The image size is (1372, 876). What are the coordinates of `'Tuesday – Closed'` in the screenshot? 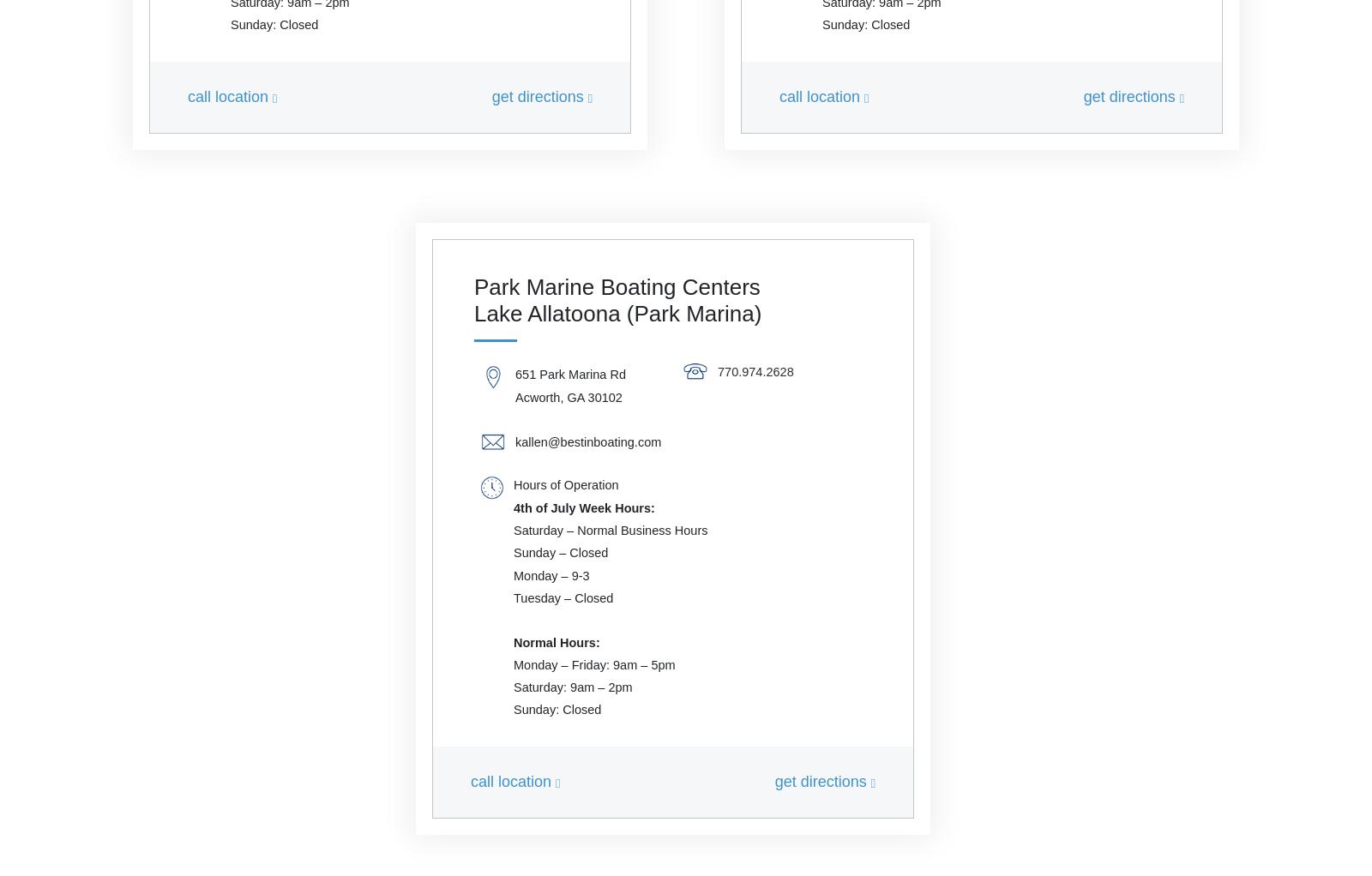 It's located at (563, 597).